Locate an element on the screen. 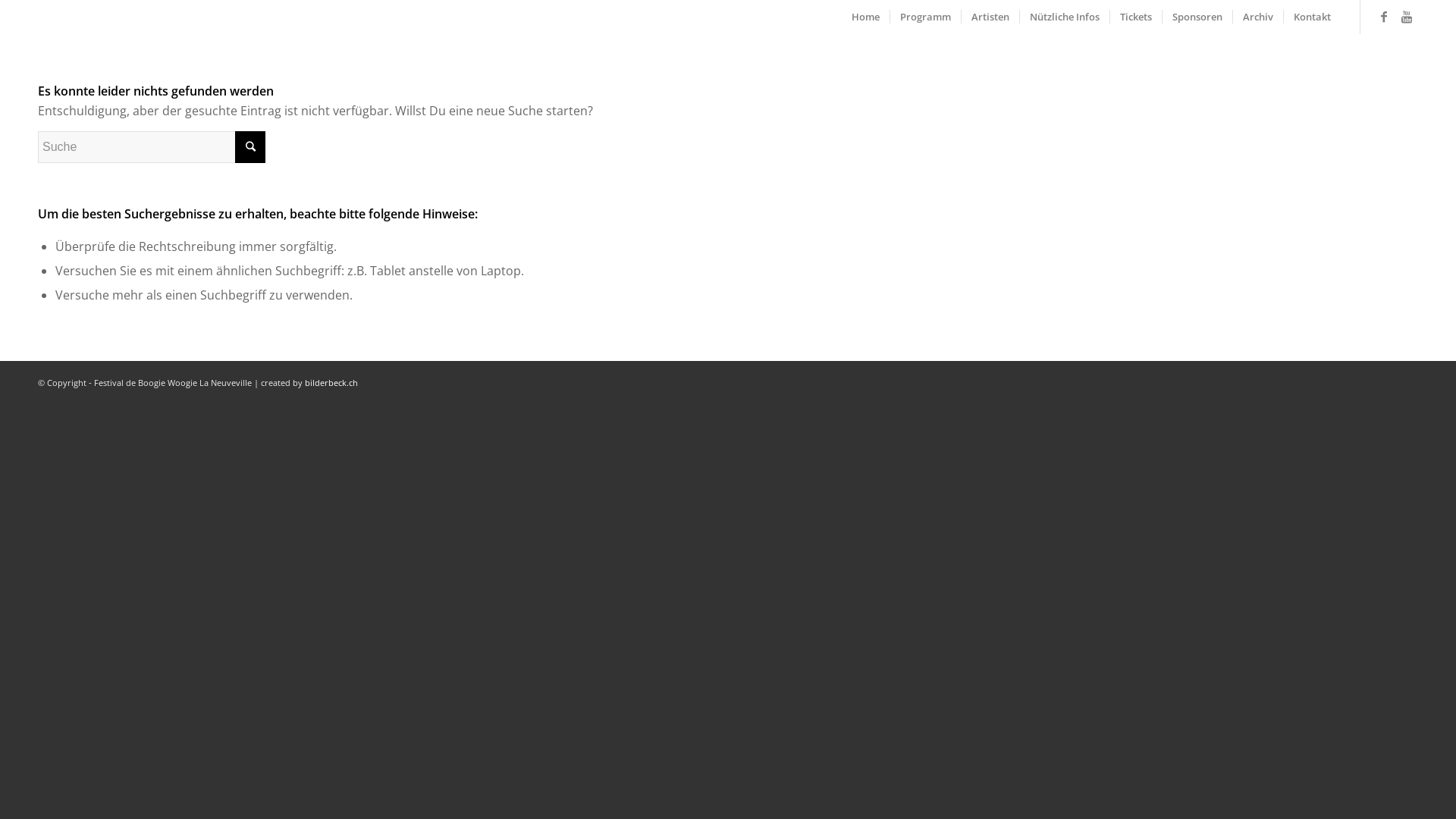  'Home' is located at coordinates (840, 17).